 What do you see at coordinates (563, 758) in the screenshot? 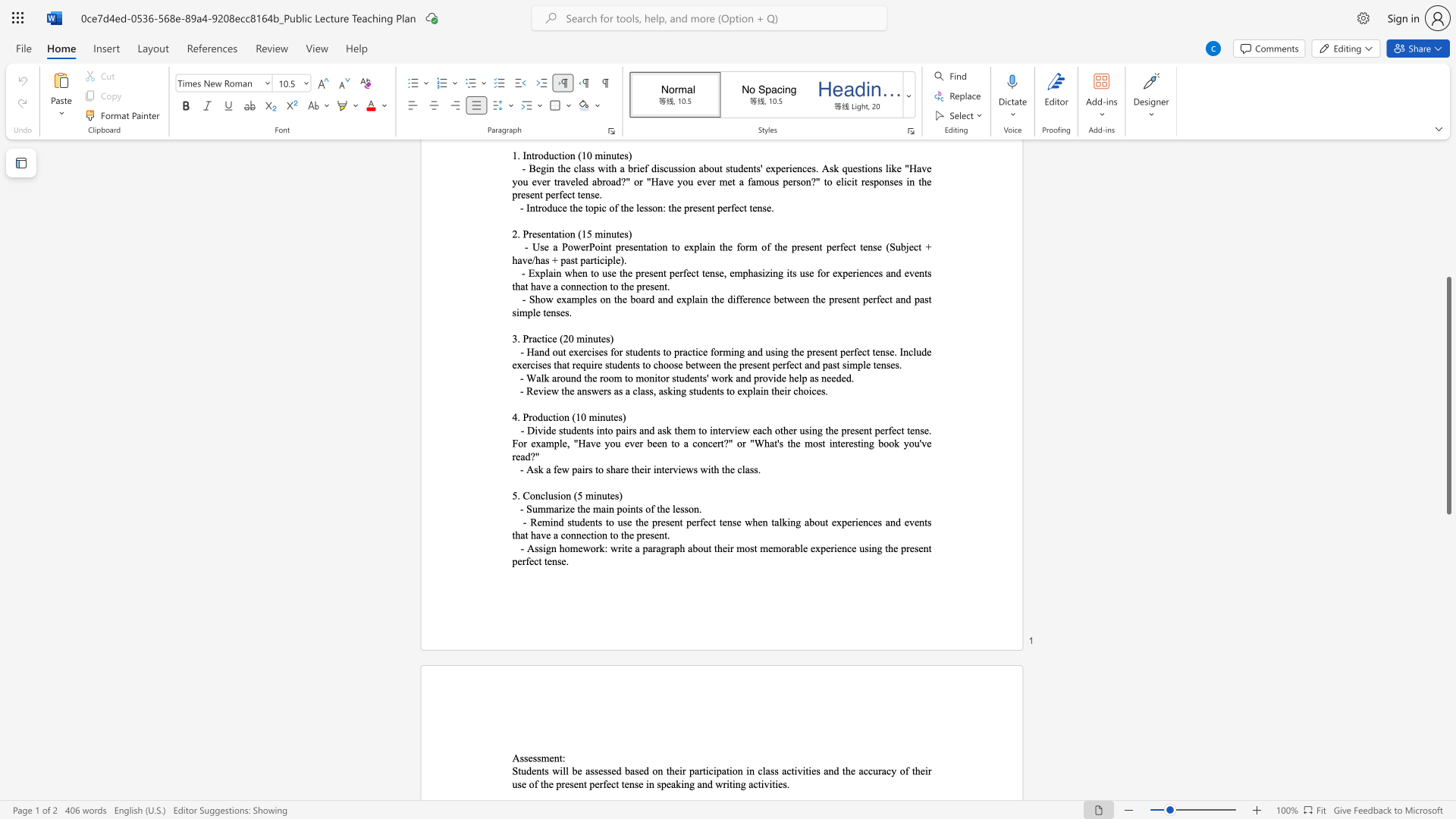
I see `the 1th character ":" in the text` at bounding box center [563, 758].